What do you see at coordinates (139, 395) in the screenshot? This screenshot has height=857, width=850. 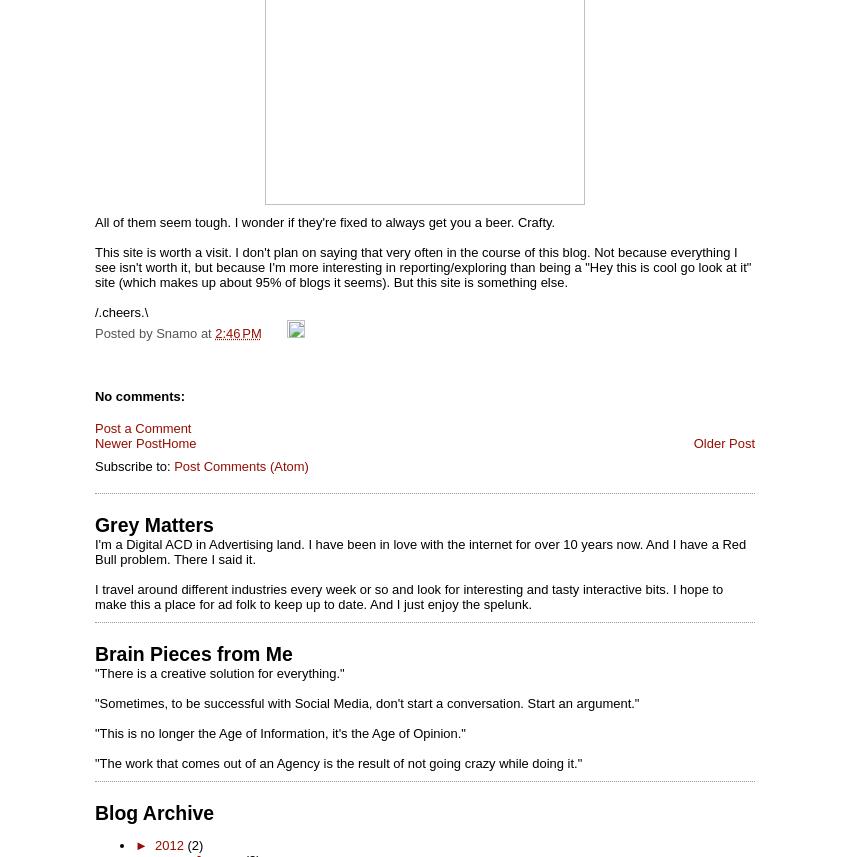 I see `'No comments:'` at bounding box center [139, 395].